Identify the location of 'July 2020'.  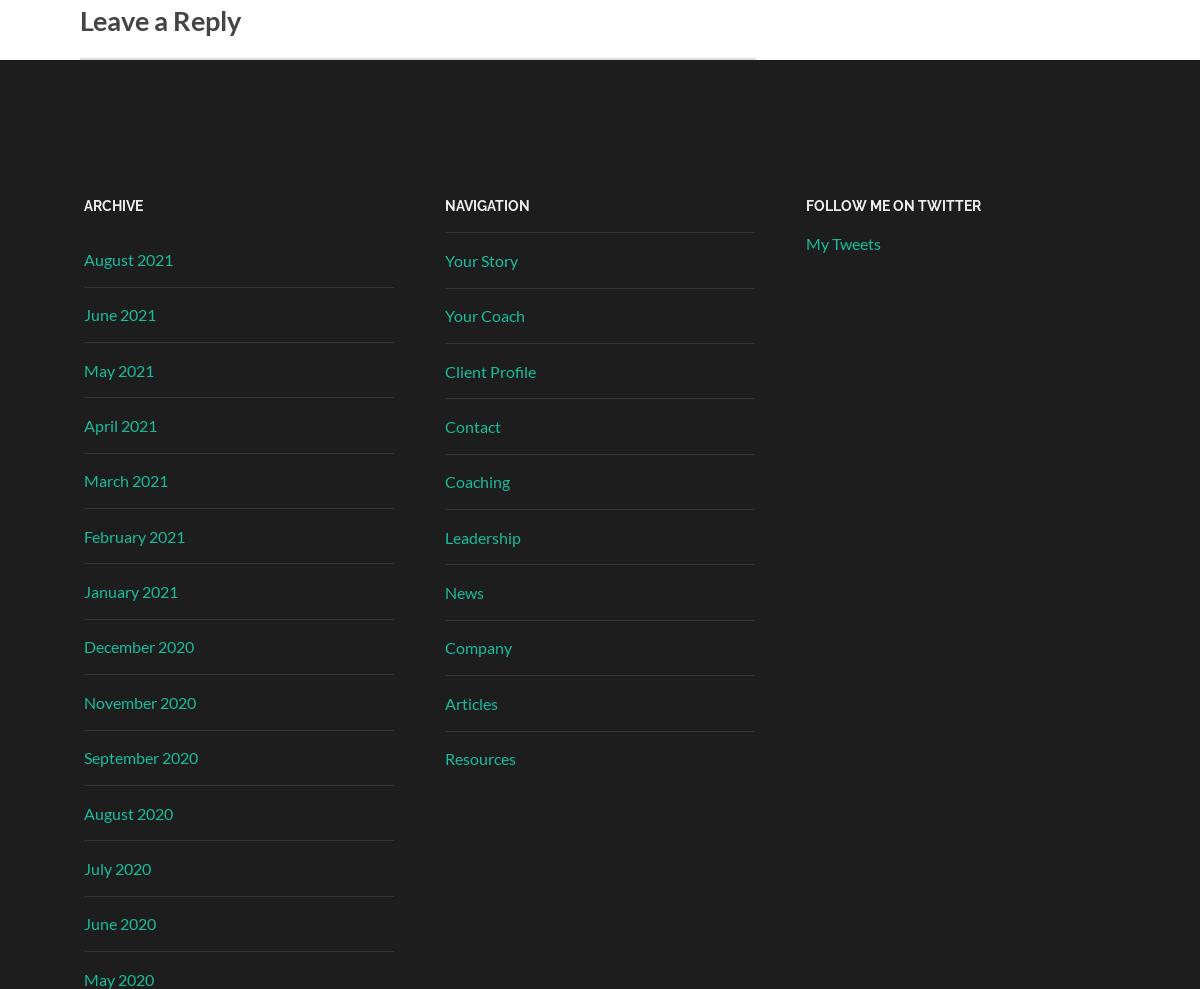
(117, 867).